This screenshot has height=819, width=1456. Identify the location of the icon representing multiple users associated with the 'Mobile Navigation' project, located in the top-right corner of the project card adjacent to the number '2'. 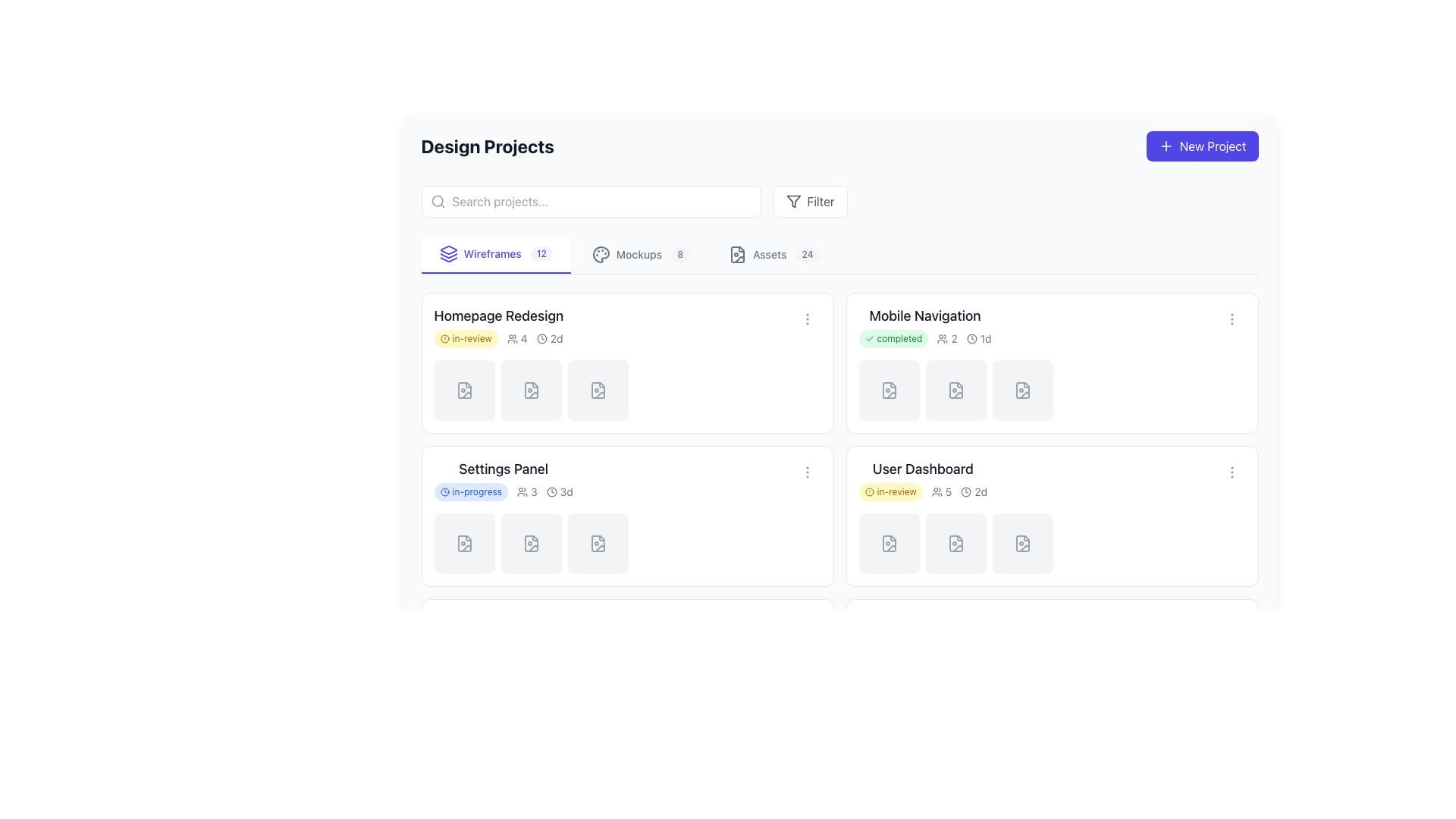
(942, 338).